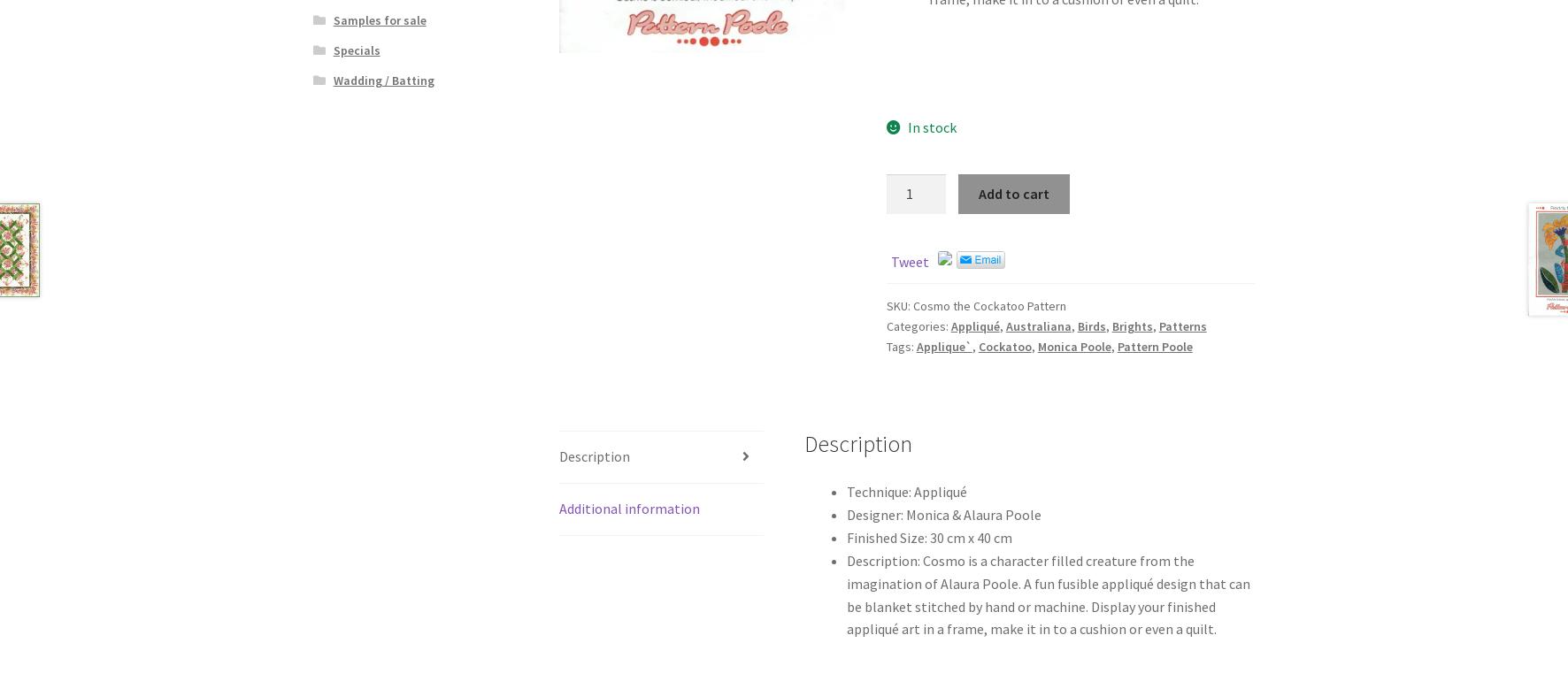 Image resolution: width=1568 pixels, height=681 pixels. Describe the element at coordinates (979, 191) in the screenshot. I see `'Add to cart'` at that location.